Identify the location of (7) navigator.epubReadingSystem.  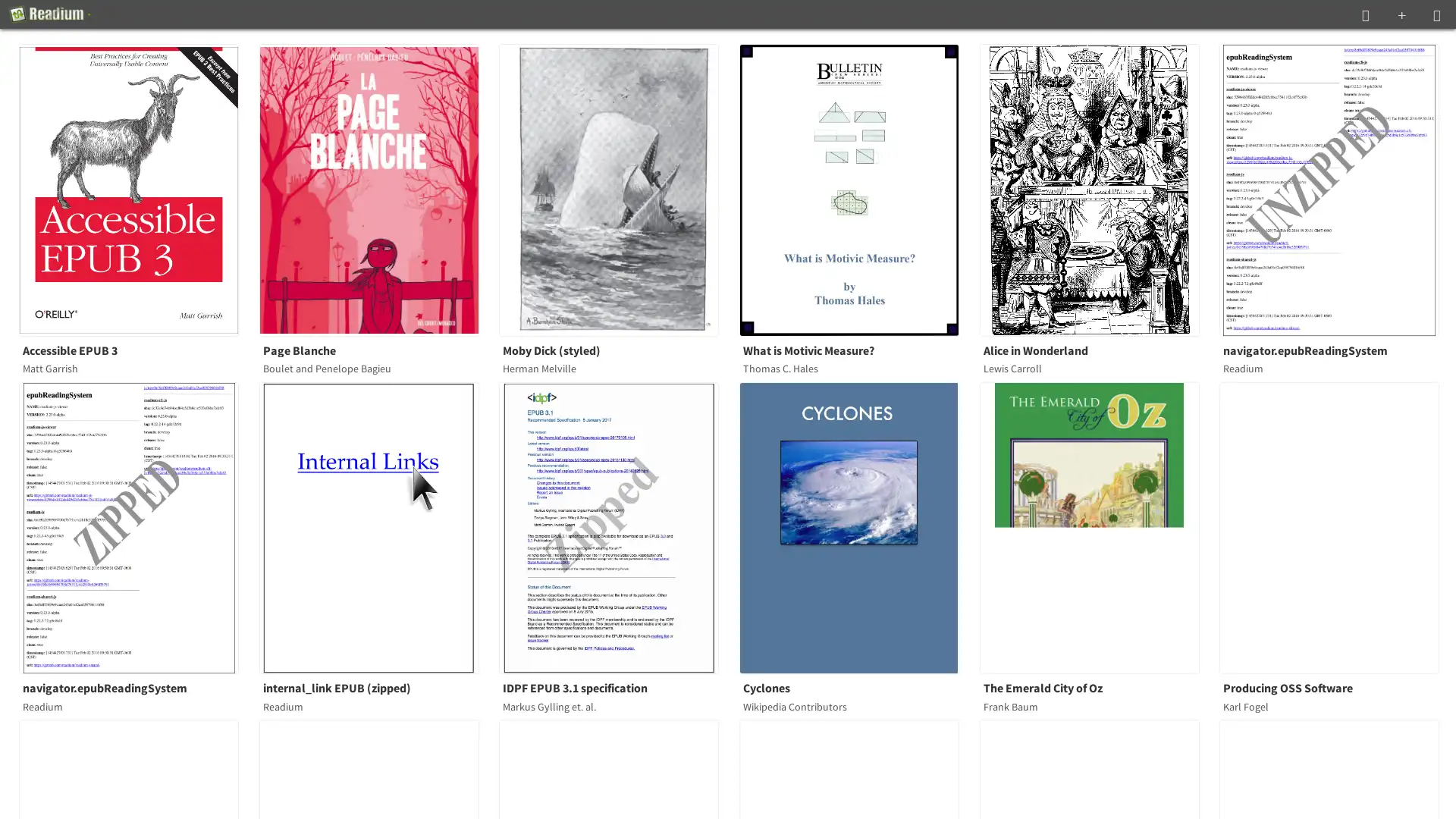
(138, 526).